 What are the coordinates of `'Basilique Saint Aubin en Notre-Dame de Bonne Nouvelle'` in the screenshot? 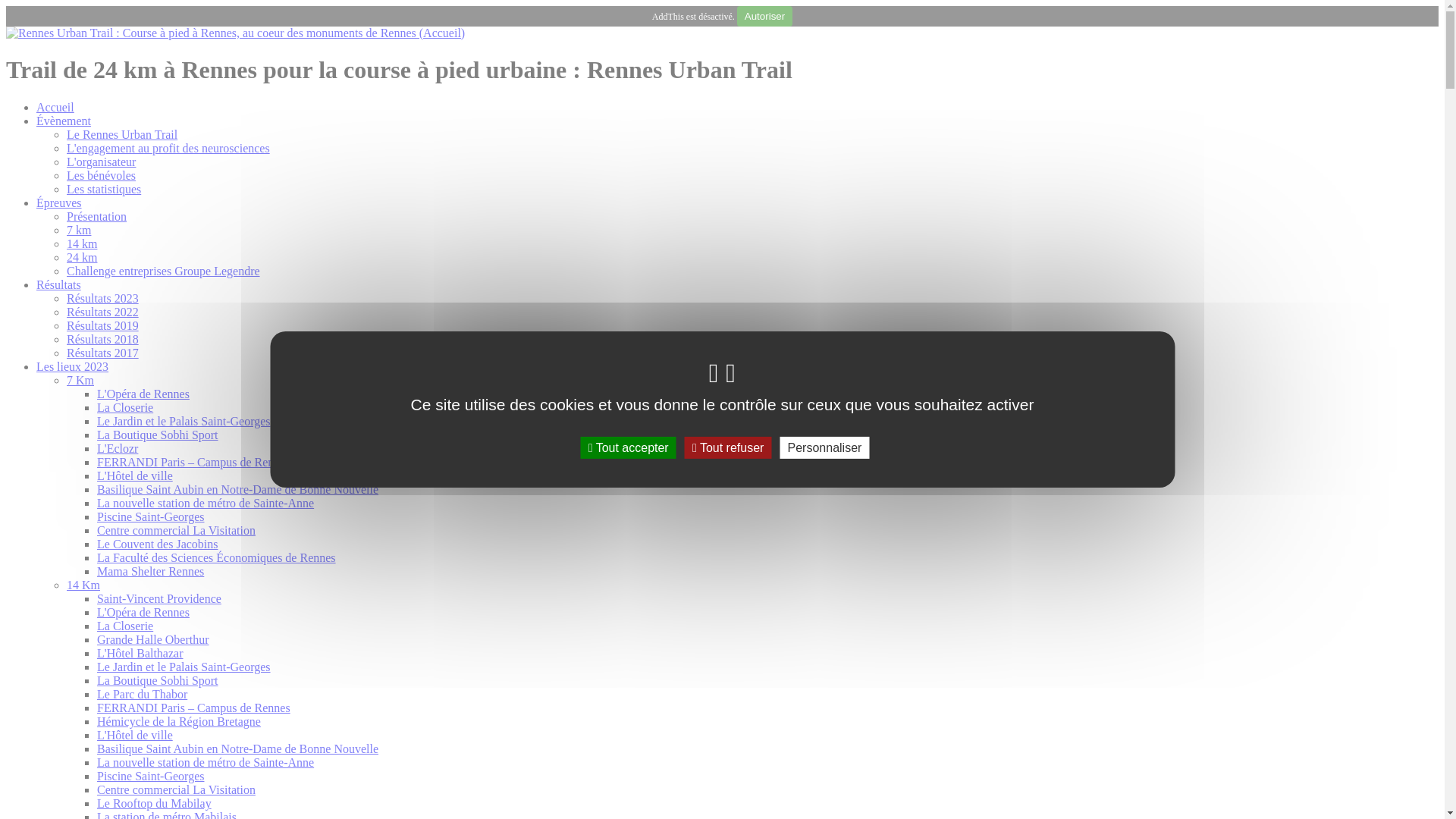 It's located at (237, 748).